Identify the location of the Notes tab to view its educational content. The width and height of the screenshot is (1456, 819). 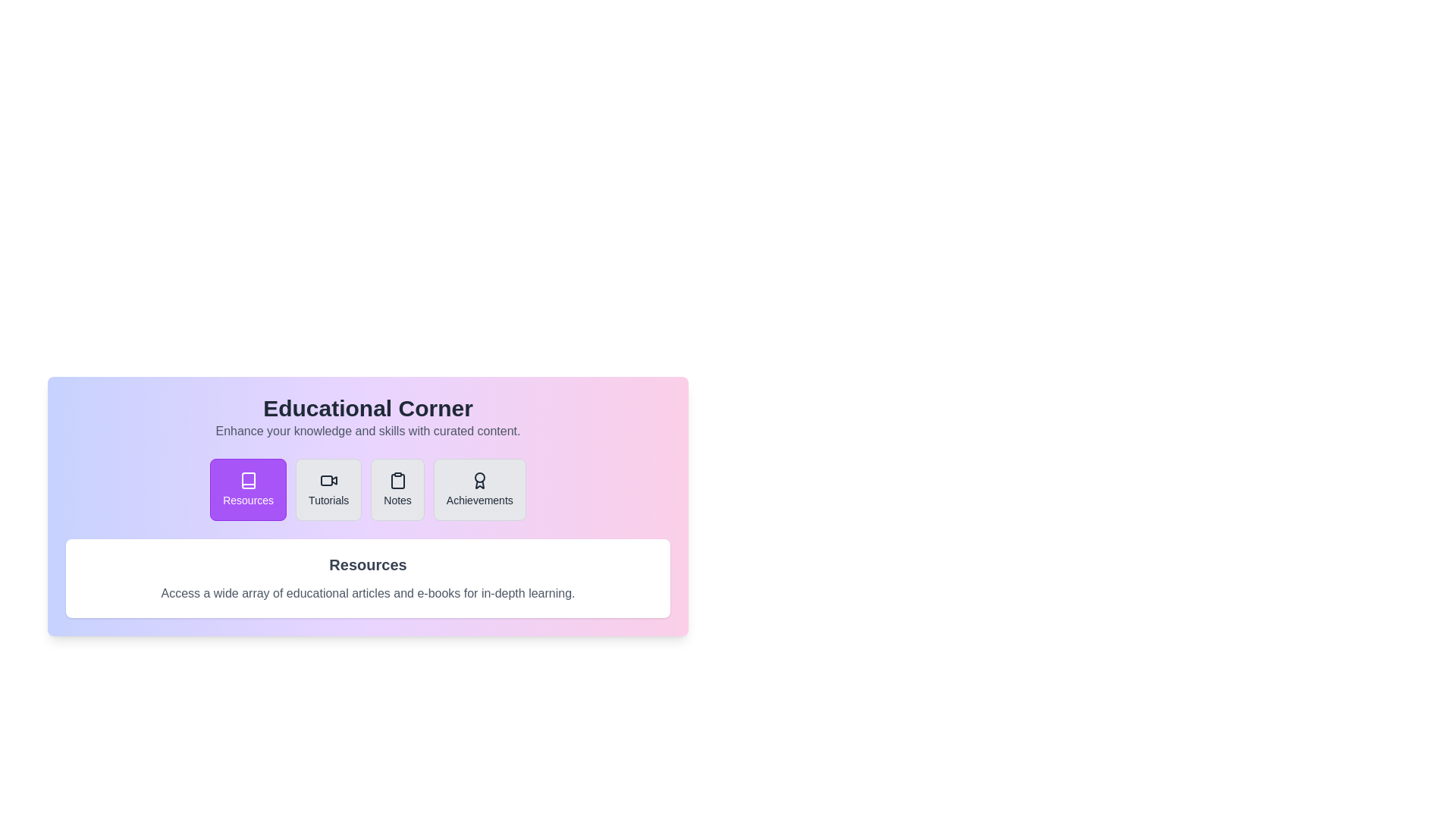
(397, 489).